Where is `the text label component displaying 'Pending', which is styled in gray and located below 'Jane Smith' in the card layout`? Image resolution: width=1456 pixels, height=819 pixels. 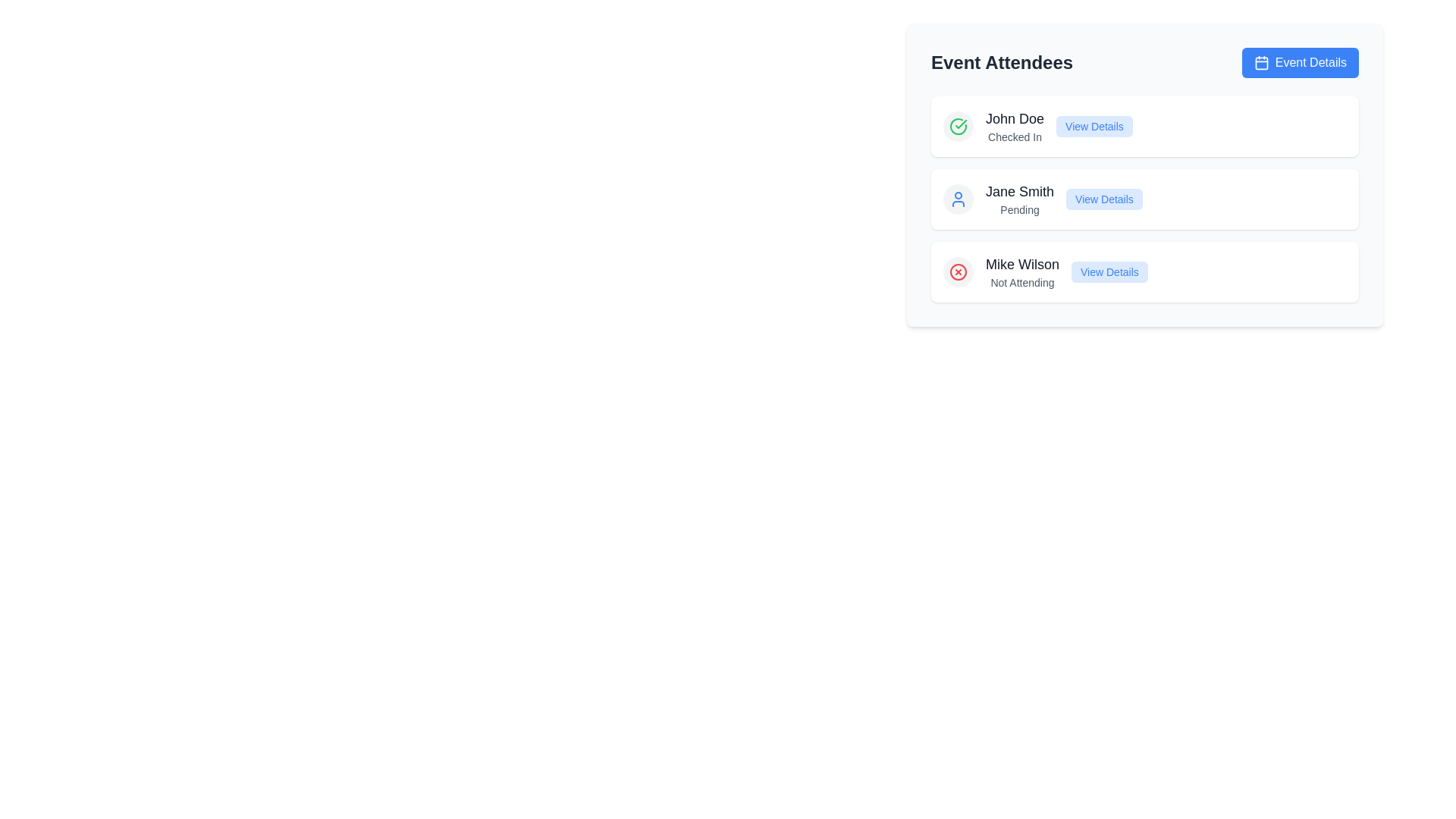 the text label component displaying 'Pending', which is styled in gray and located below 'Jane Smith' in the card layout is located at coordinates (1019, 210).